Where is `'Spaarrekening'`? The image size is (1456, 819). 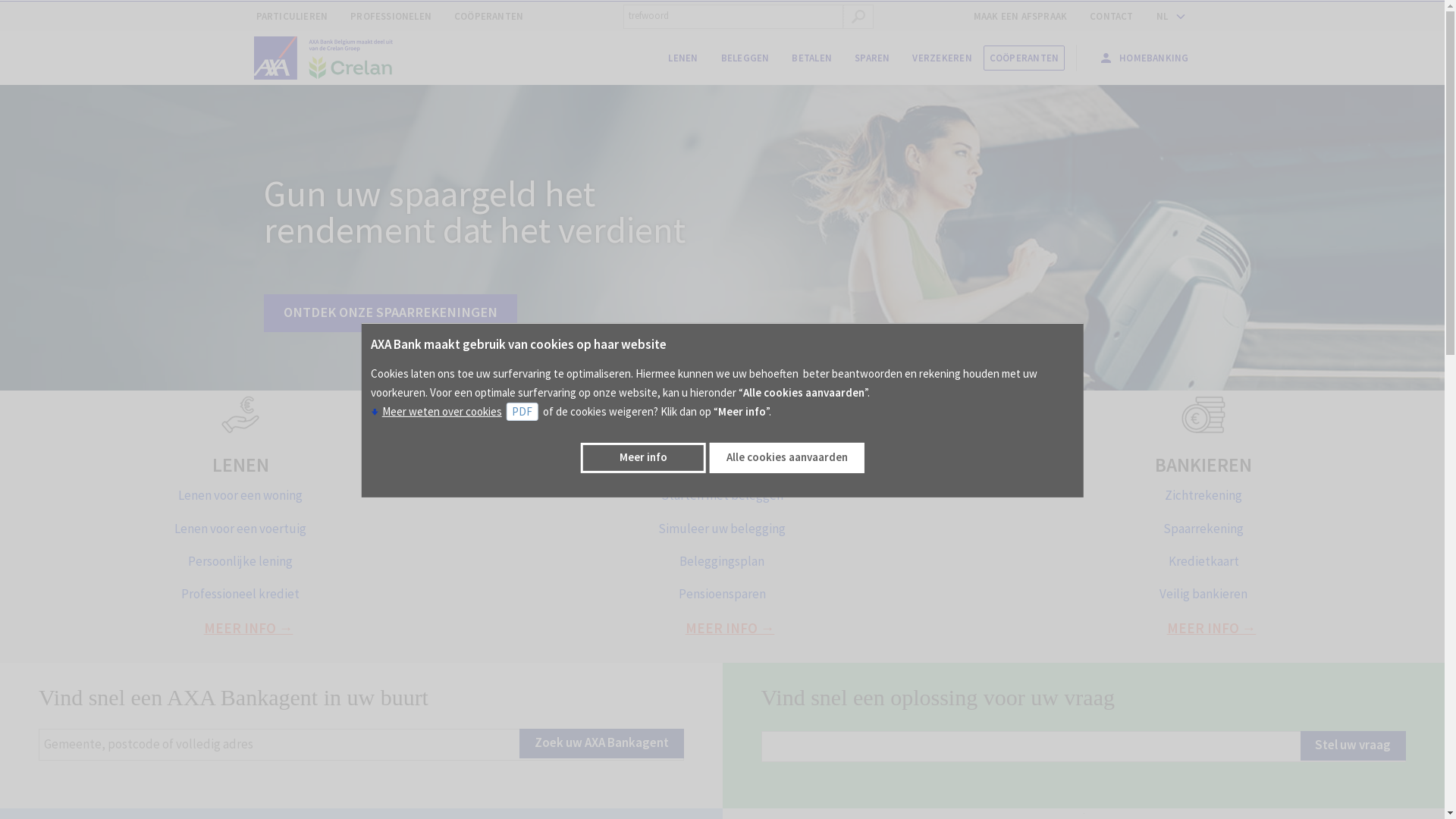
'Spaarrekening' is located at coordinates (1203, 528).